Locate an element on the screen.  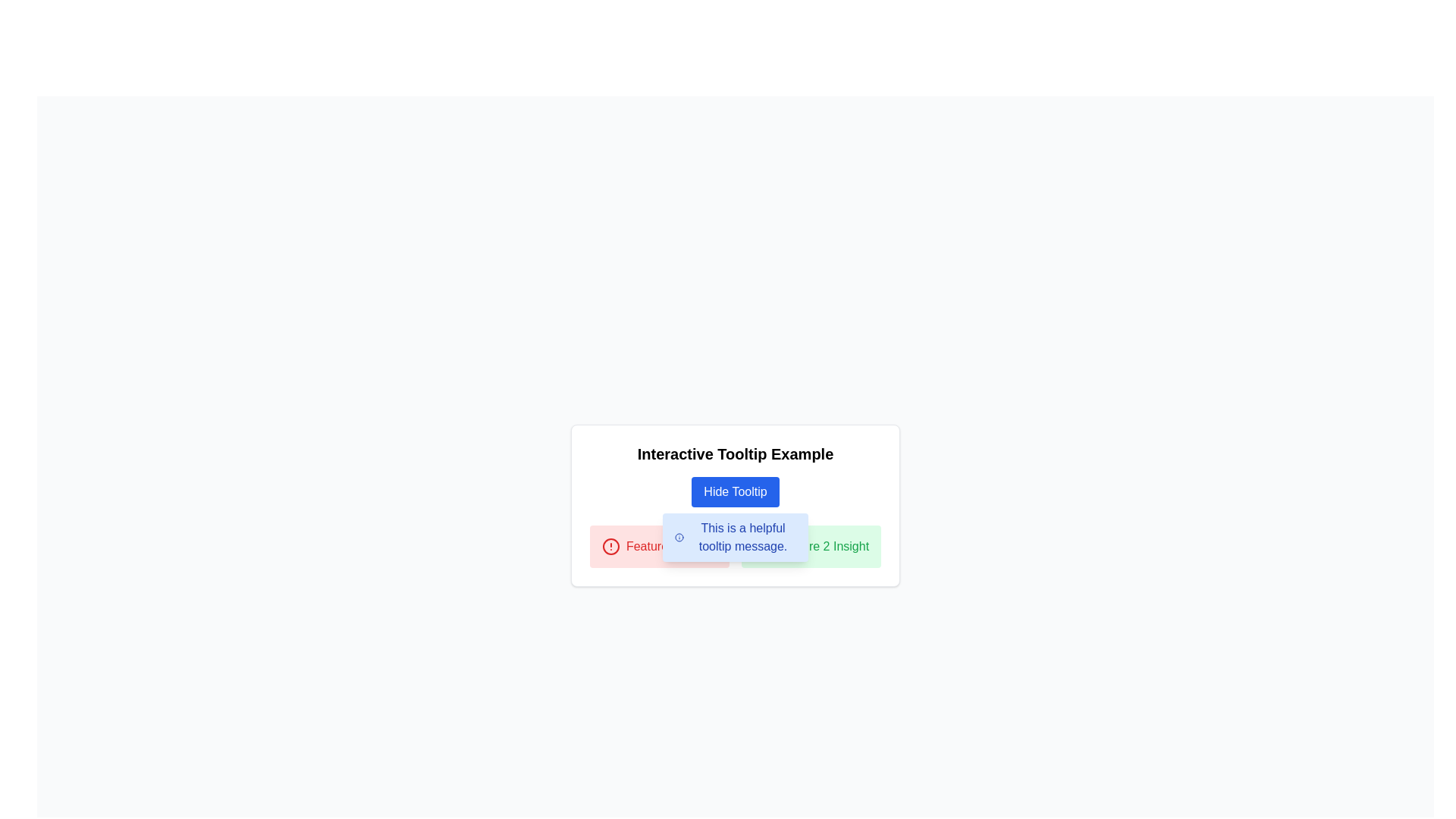
the blue rectangular button with rounded corners labeled 'Hide Tooltip' to hide the tooltip message is located at coordinates (735, 491).